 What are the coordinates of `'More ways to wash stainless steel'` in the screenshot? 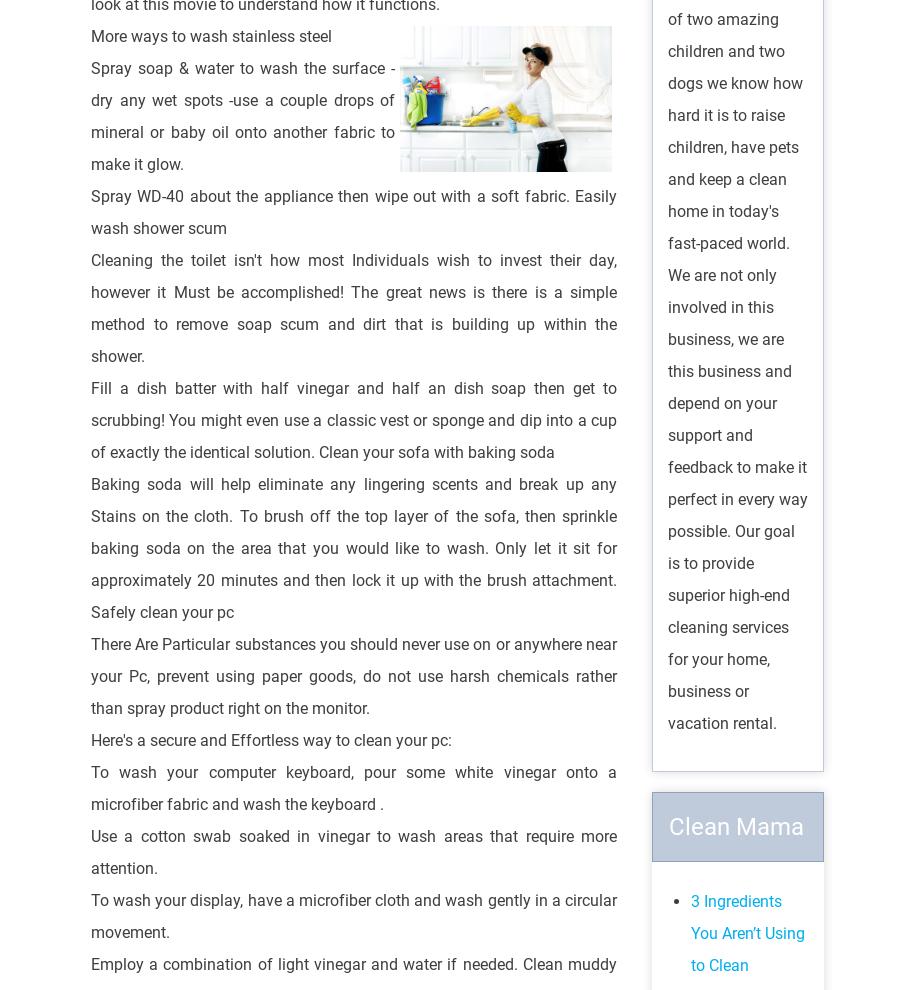 It's located at (89, 34).